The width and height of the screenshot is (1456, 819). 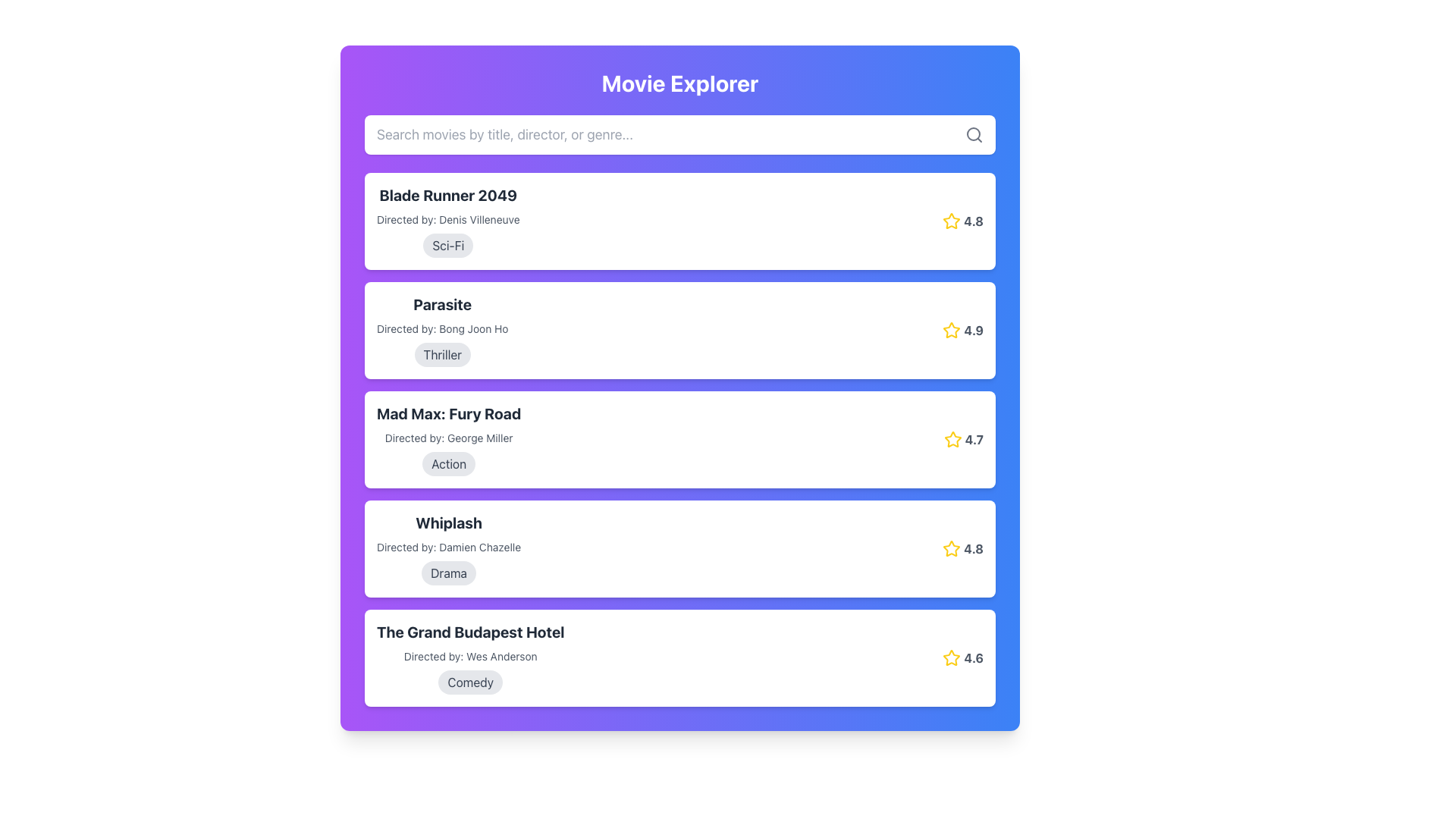 What do you see at coordinates (469, 681) in the screenshot?
I see `text content of the label styled as a rounded pill shape with a light gray background and dark gray text labeled 'Comedy', which is positioned below the movie's title and director information` at bounding box center [469, 681].